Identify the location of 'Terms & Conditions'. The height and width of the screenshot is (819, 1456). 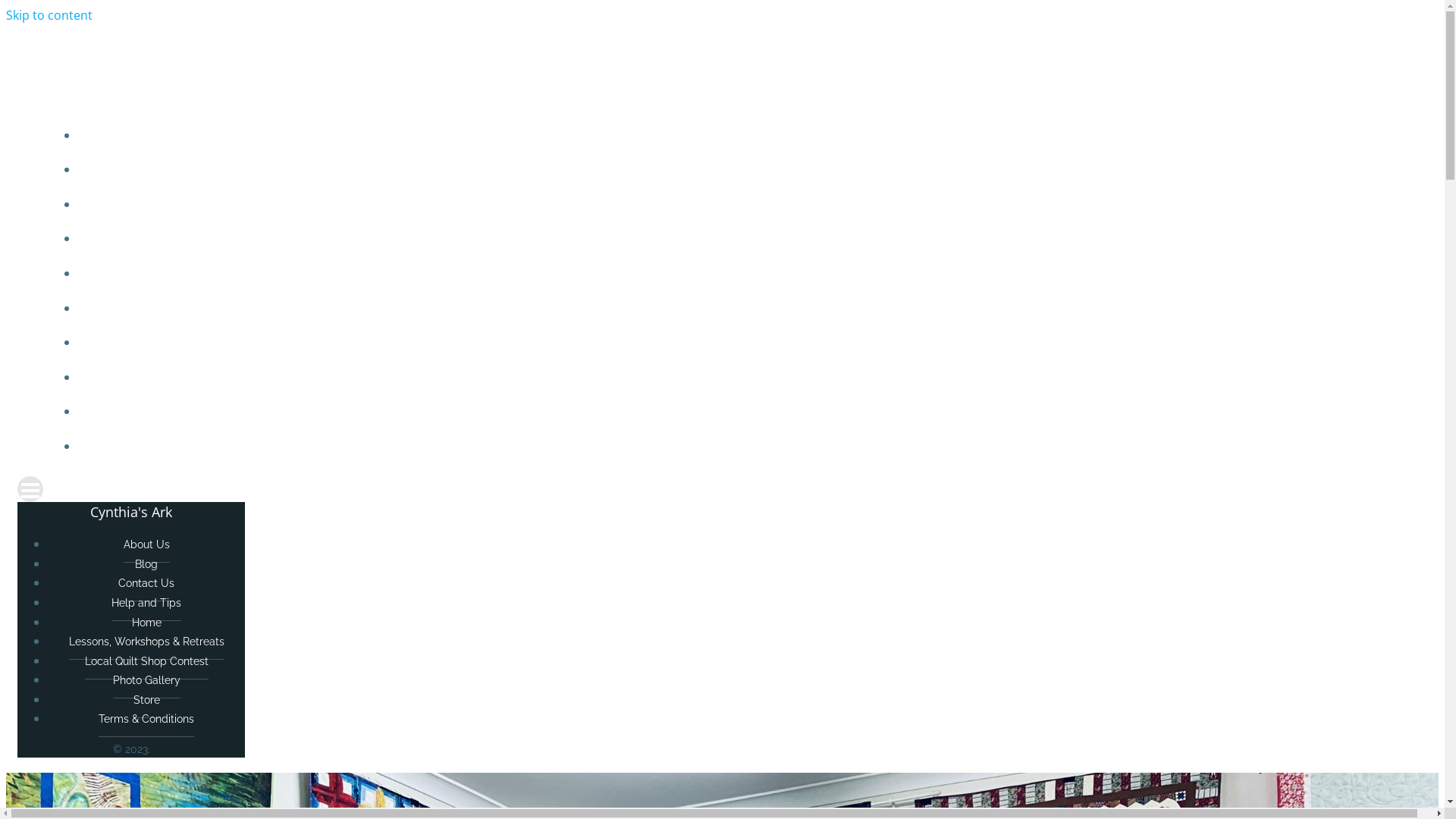
(146, 718).